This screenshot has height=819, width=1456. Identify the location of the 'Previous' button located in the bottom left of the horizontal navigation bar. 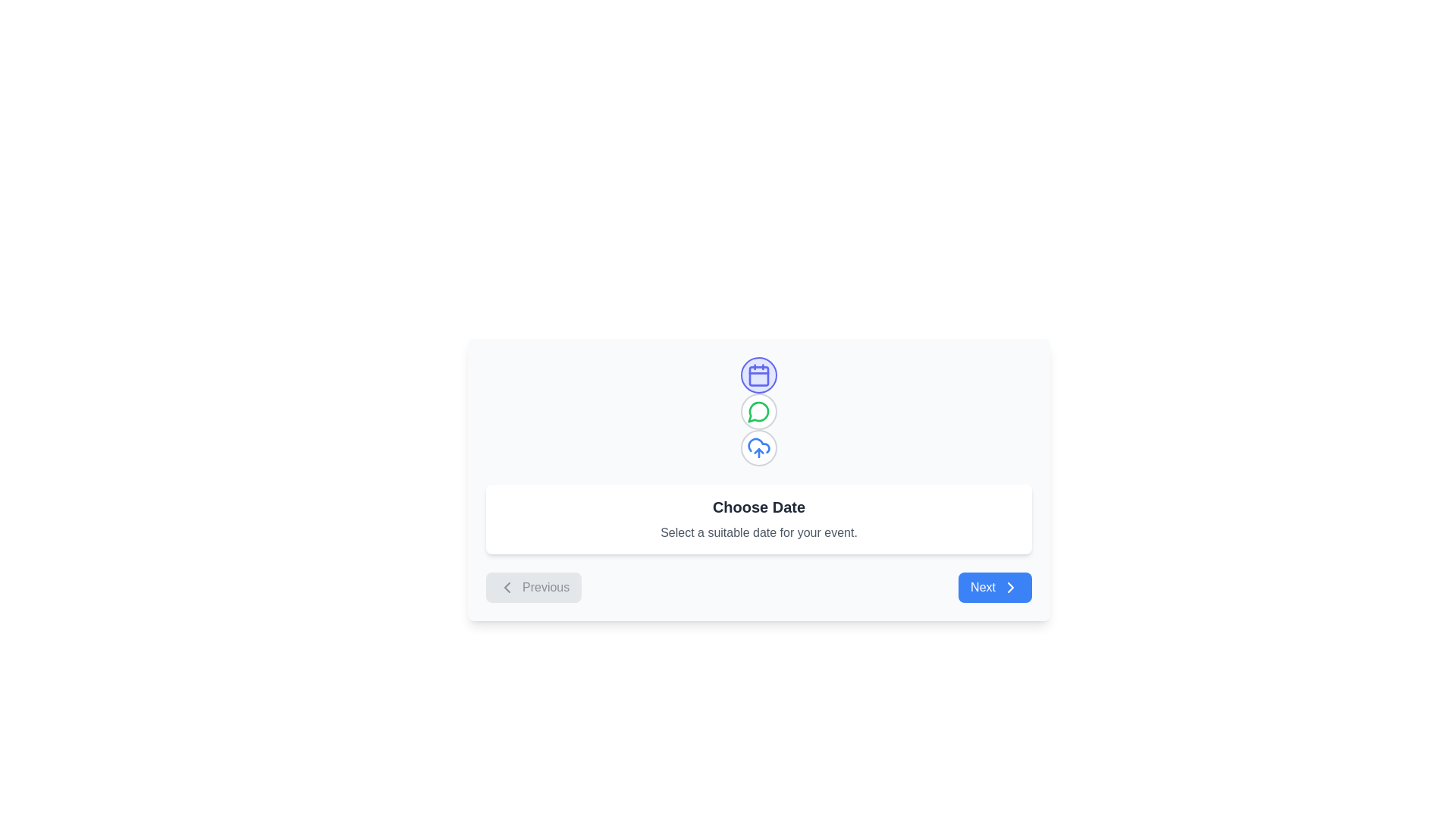
(534, 587).